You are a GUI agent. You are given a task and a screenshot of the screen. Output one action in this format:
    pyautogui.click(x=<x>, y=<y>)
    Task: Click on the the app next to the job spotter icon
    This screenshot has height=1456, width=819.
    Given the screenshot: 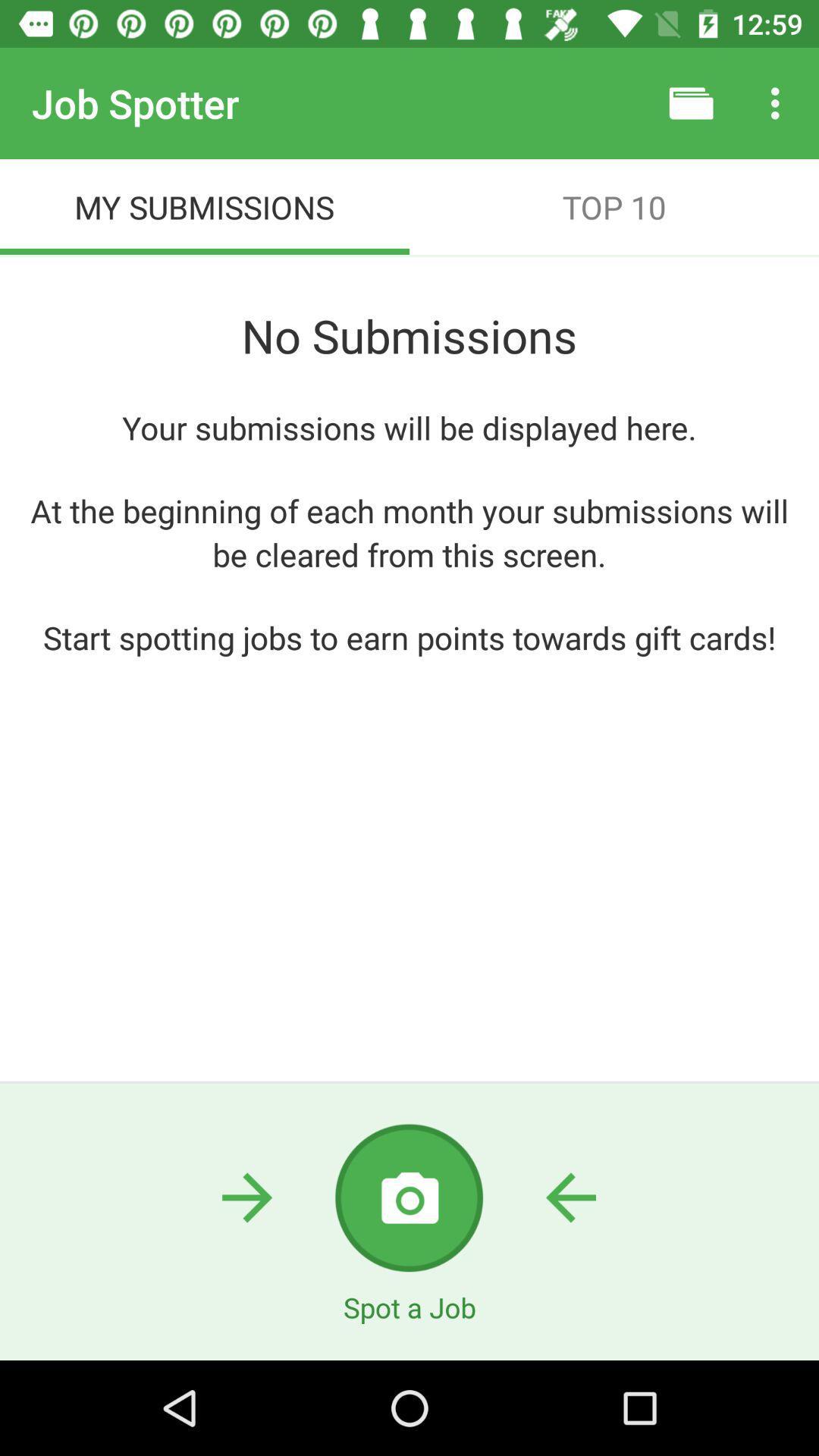 What is the action you would take?
    pyautogui.click(x=691, y=102)
    